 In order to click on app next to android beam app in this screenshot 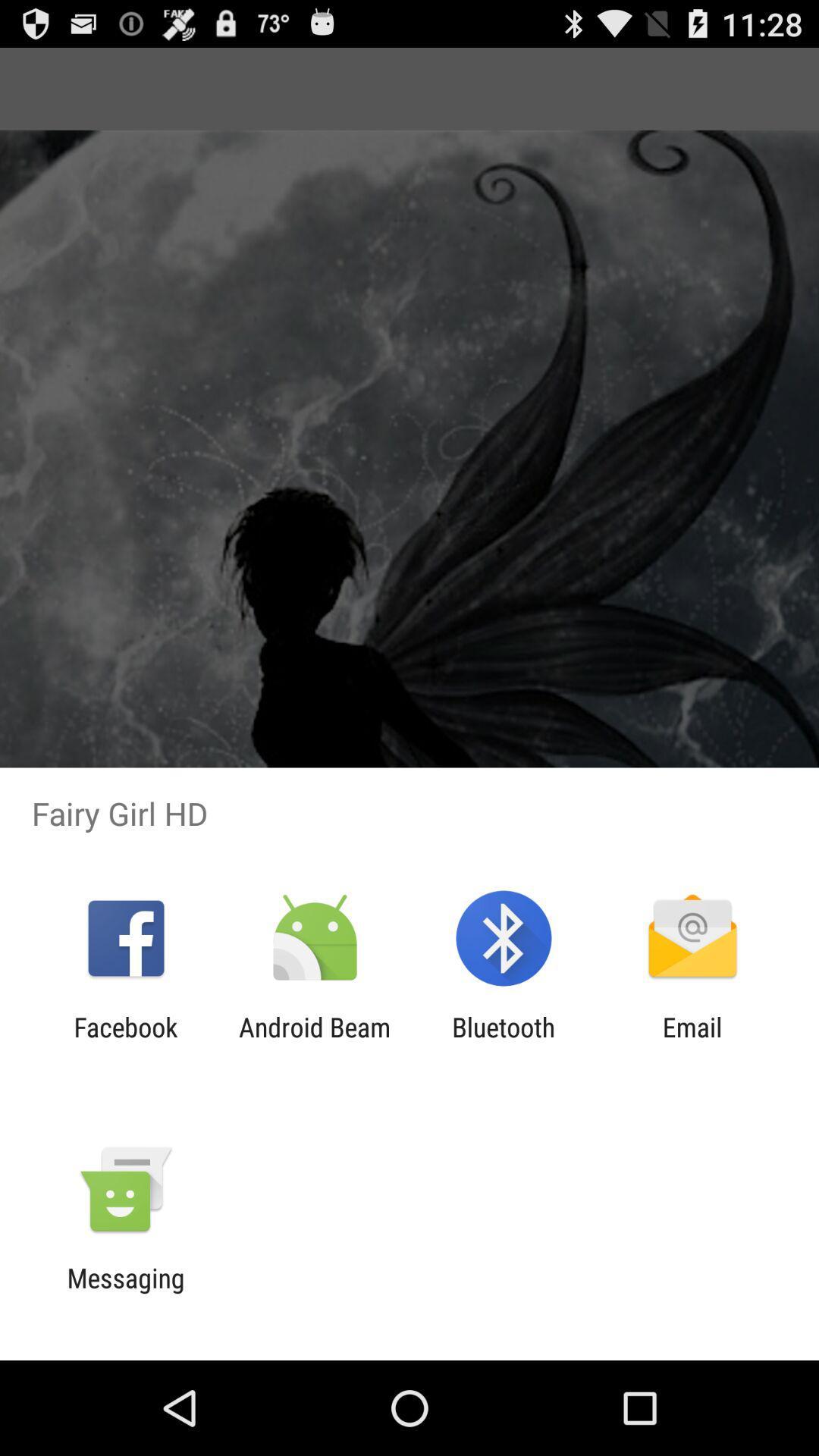, I will do `click(504, 1042)`.